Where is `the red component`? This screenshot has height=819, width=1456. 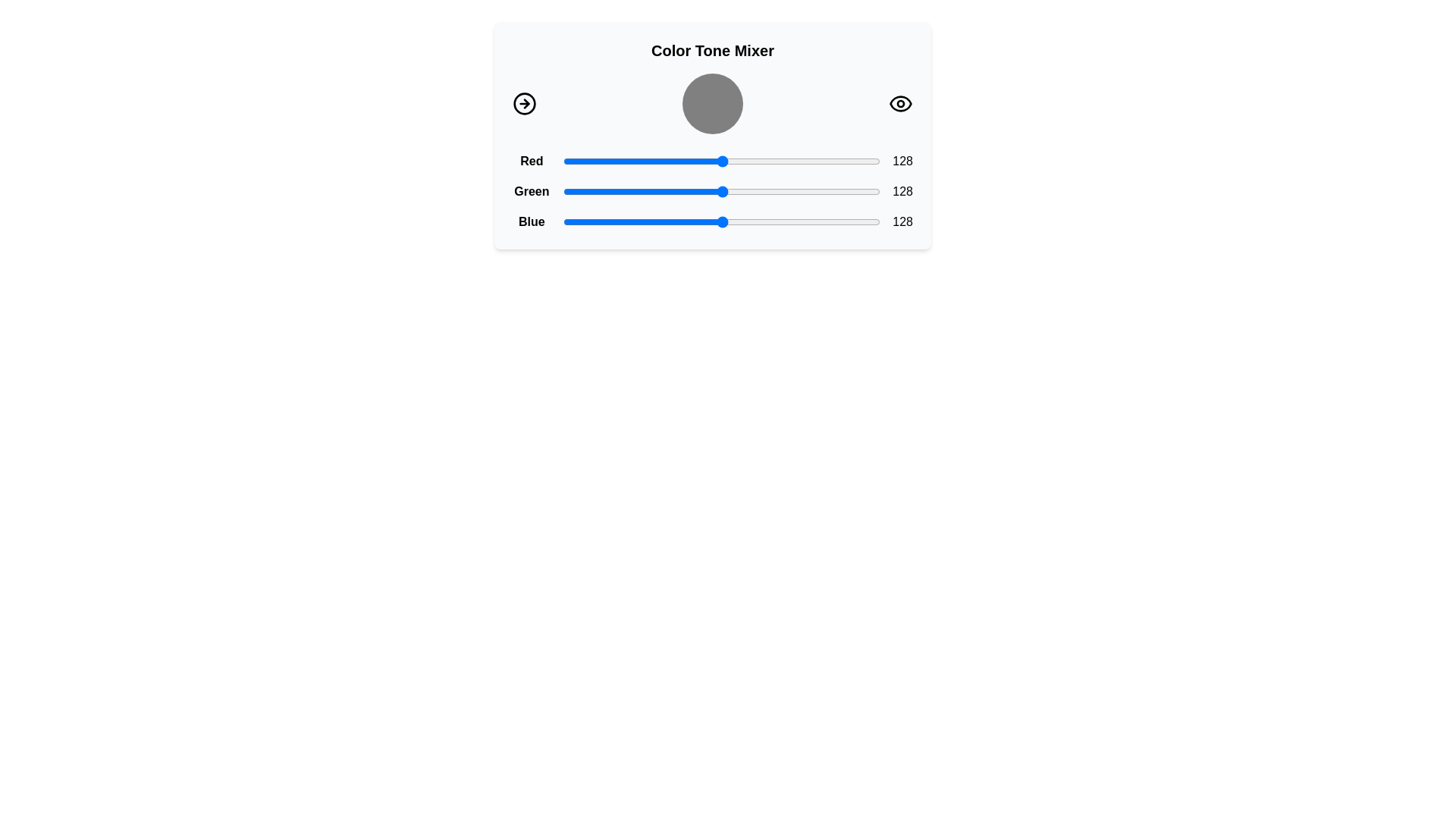 the red component is located at coordinates (730, 161).